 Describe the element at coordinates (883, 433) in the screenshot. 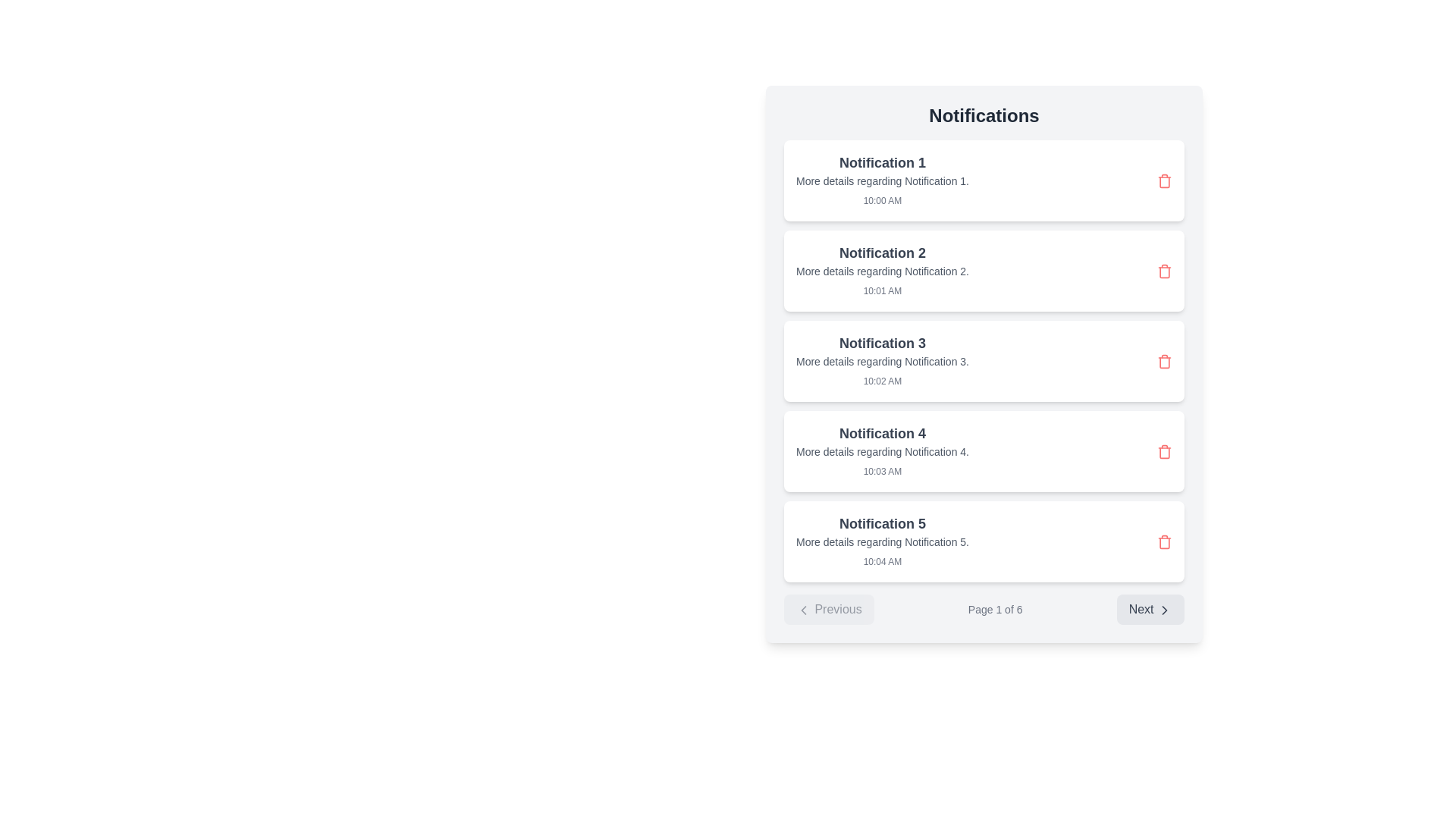

I see `the text label that displays 'Notification 4', which is styled with a large, bold font in dark gray color and is positioned within the fourth item of a vertical list of notifications` at that location.